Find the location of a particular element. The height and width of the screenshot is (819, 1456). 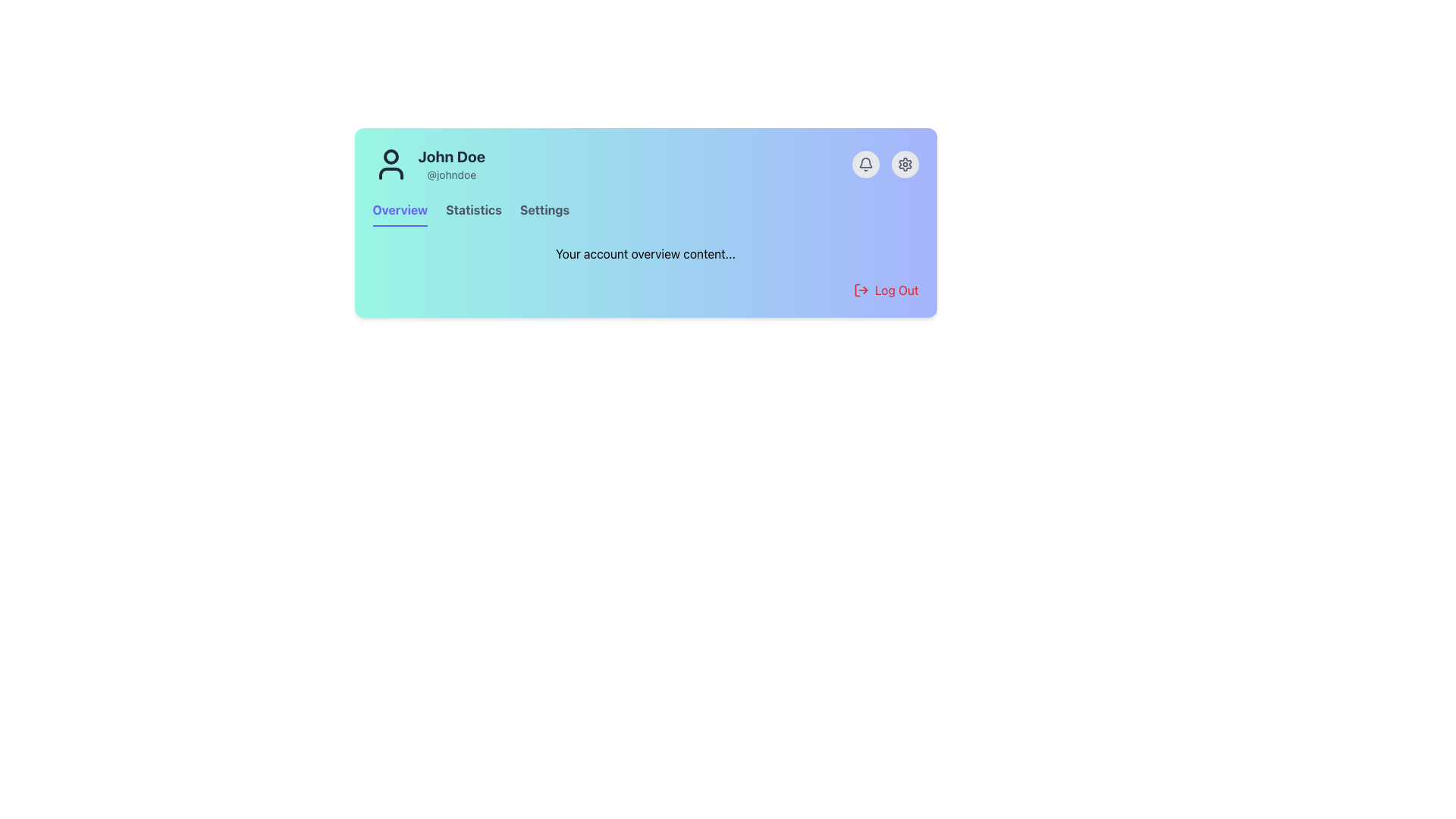

the circular button with a light gray background and a bell icon, located to the right of the user profile section in the card layout is located at coordinates (865, 164).